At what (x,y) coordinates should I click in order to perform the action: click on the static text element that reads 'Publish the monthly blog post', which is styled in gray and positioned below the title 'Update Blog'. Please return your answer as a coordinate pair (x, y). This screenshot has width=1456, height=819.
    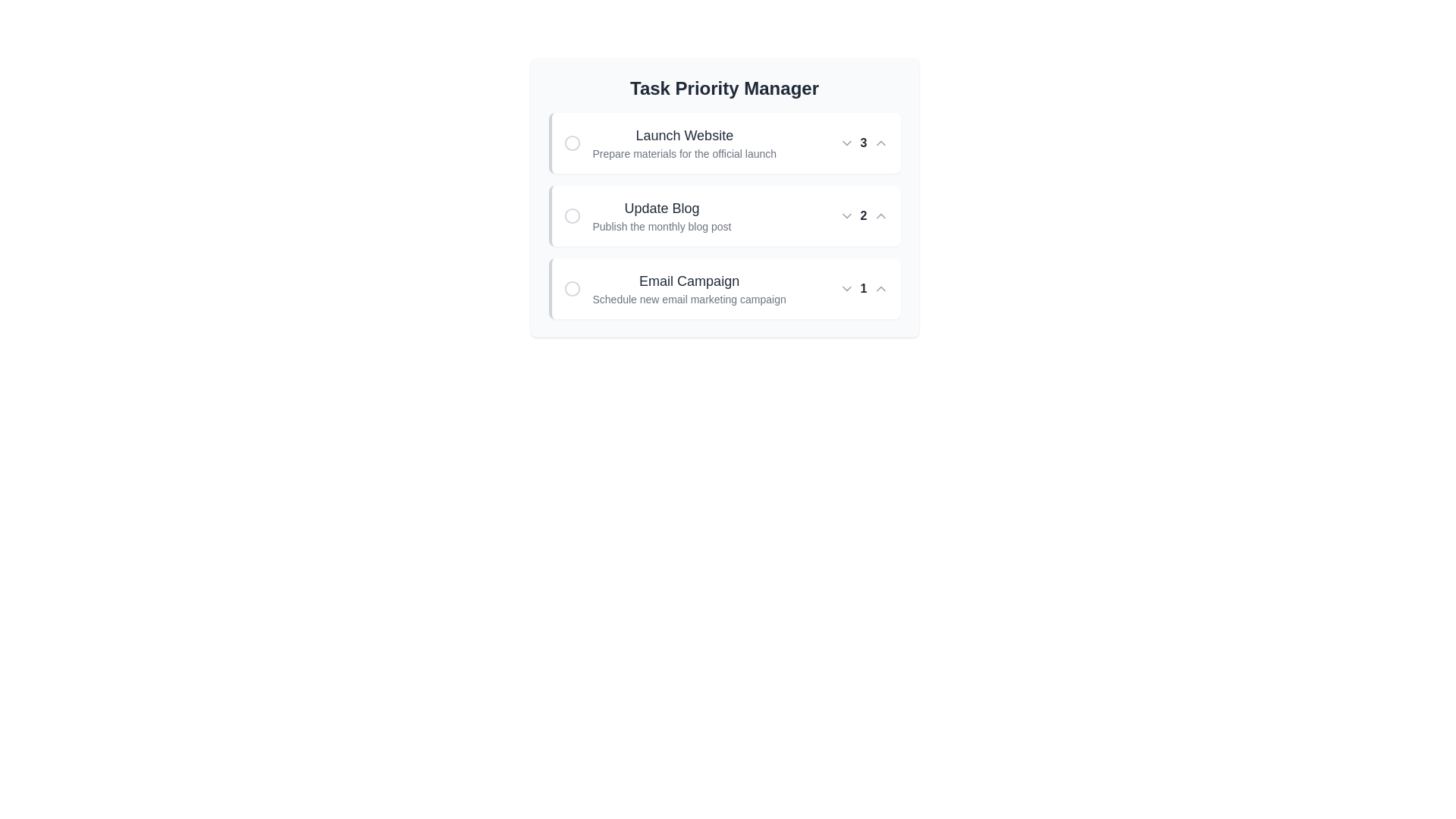
    Looking at the image, I should click on (662, 227).